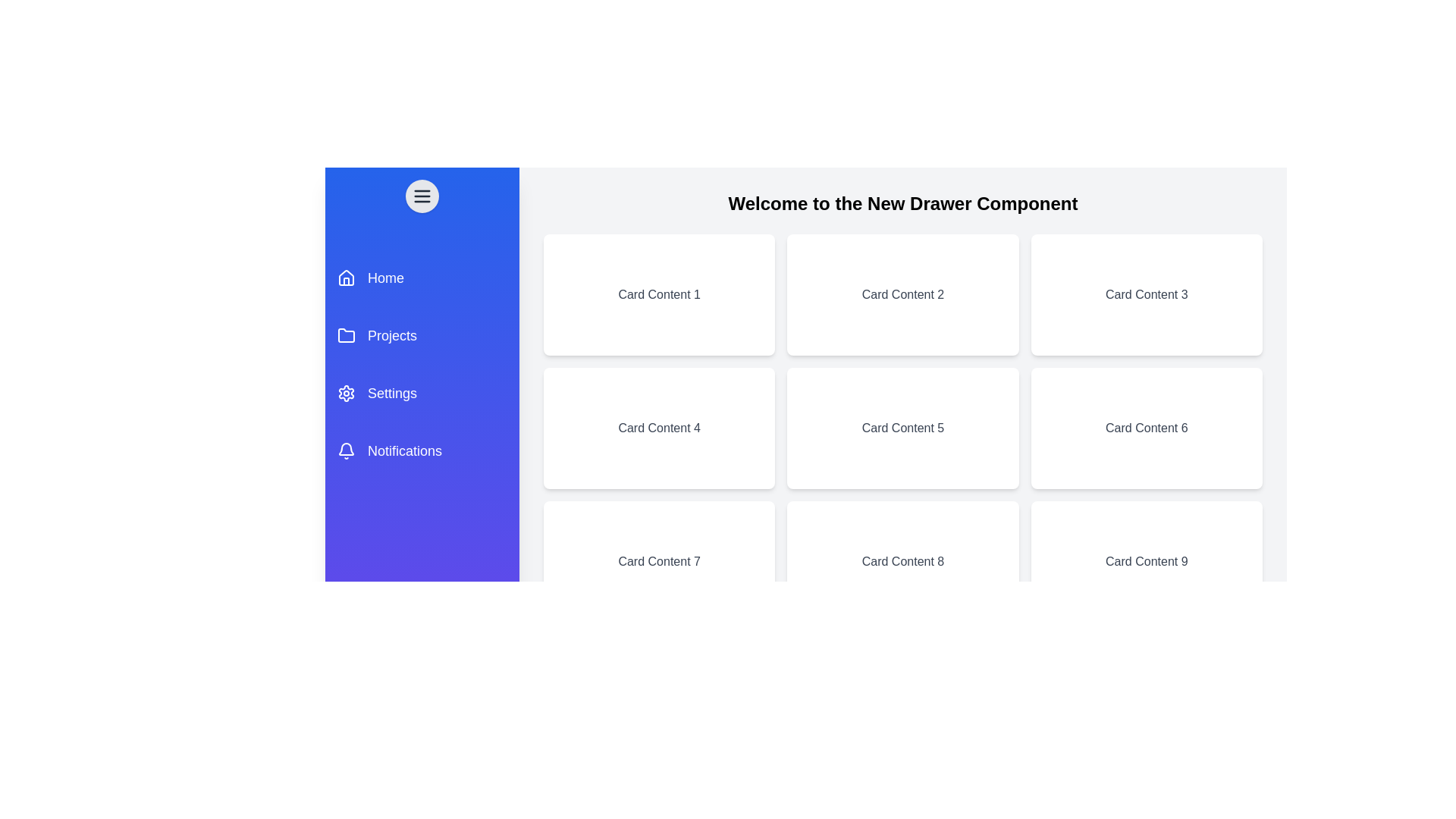 The height and width of the screenshot is (819, 1456). I want to click on the menu item Home in the drawer, so click(422, 278).